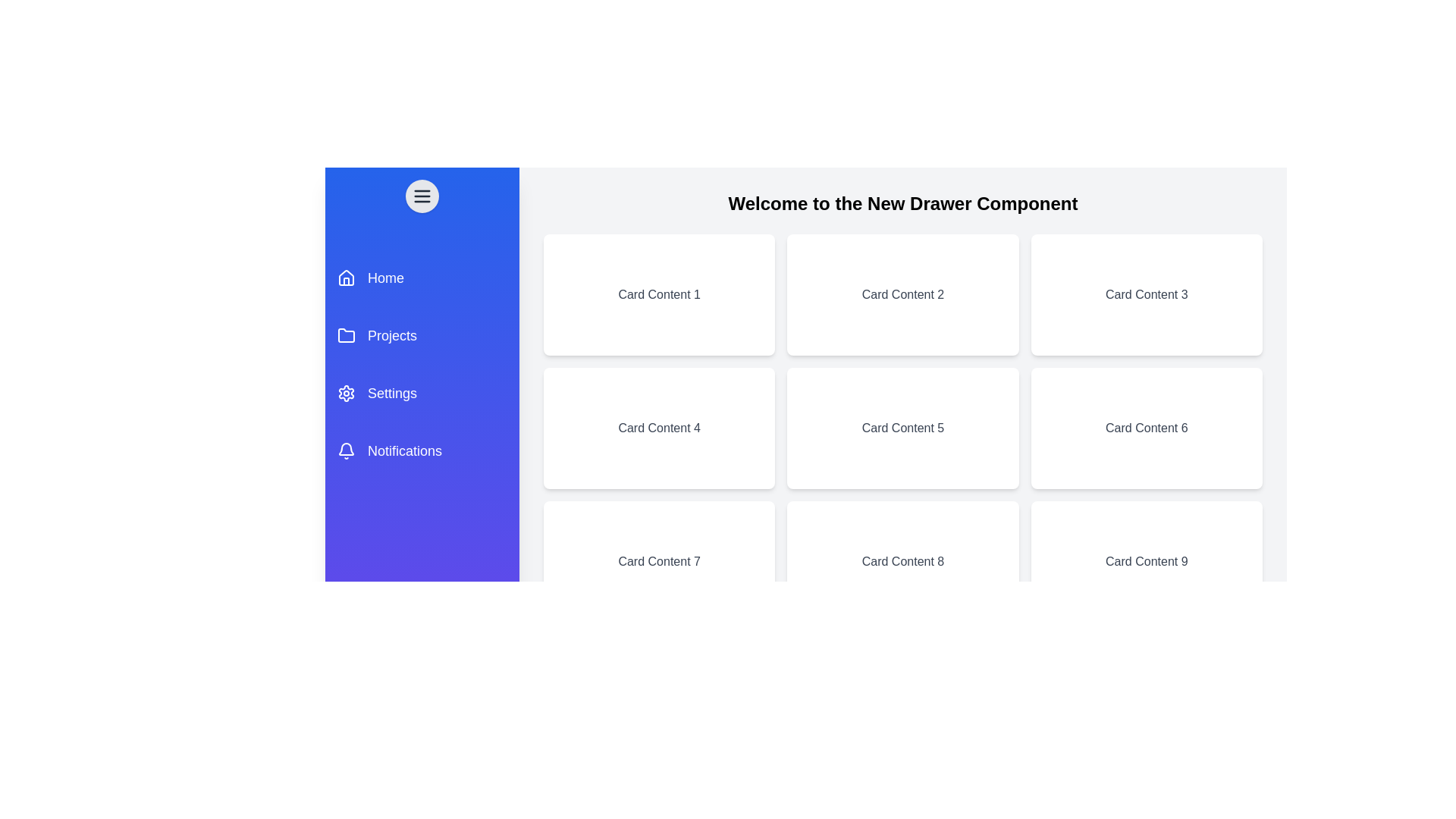 The height and width of the screenshot is (819, 1456). I want to click on the menu item Home in the drawer, so click(422, 278).